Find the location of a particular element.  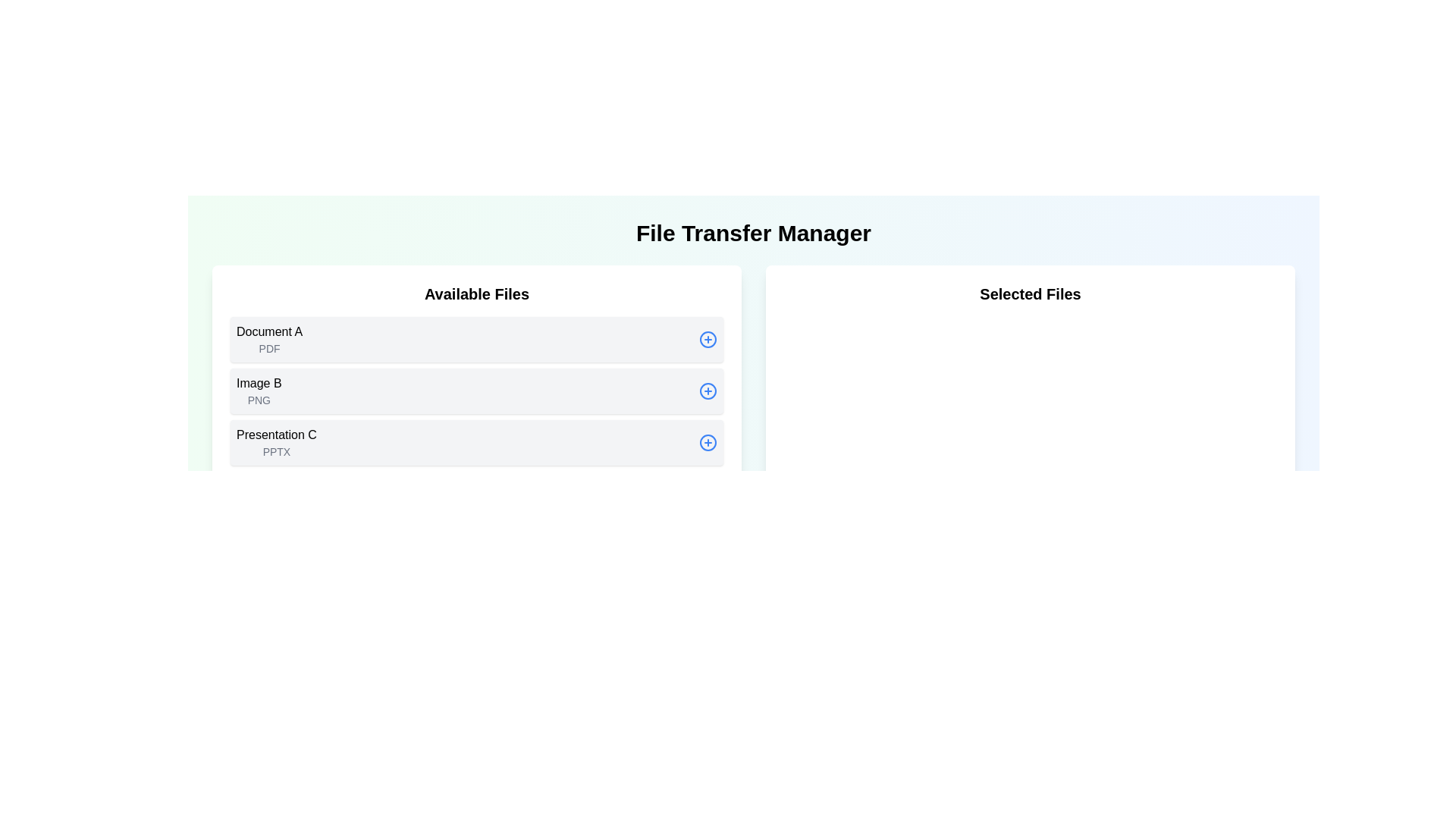

the button located on the far right side of the 'Document A' row in the 'Available Files' section is located at coordinates (708, 338).